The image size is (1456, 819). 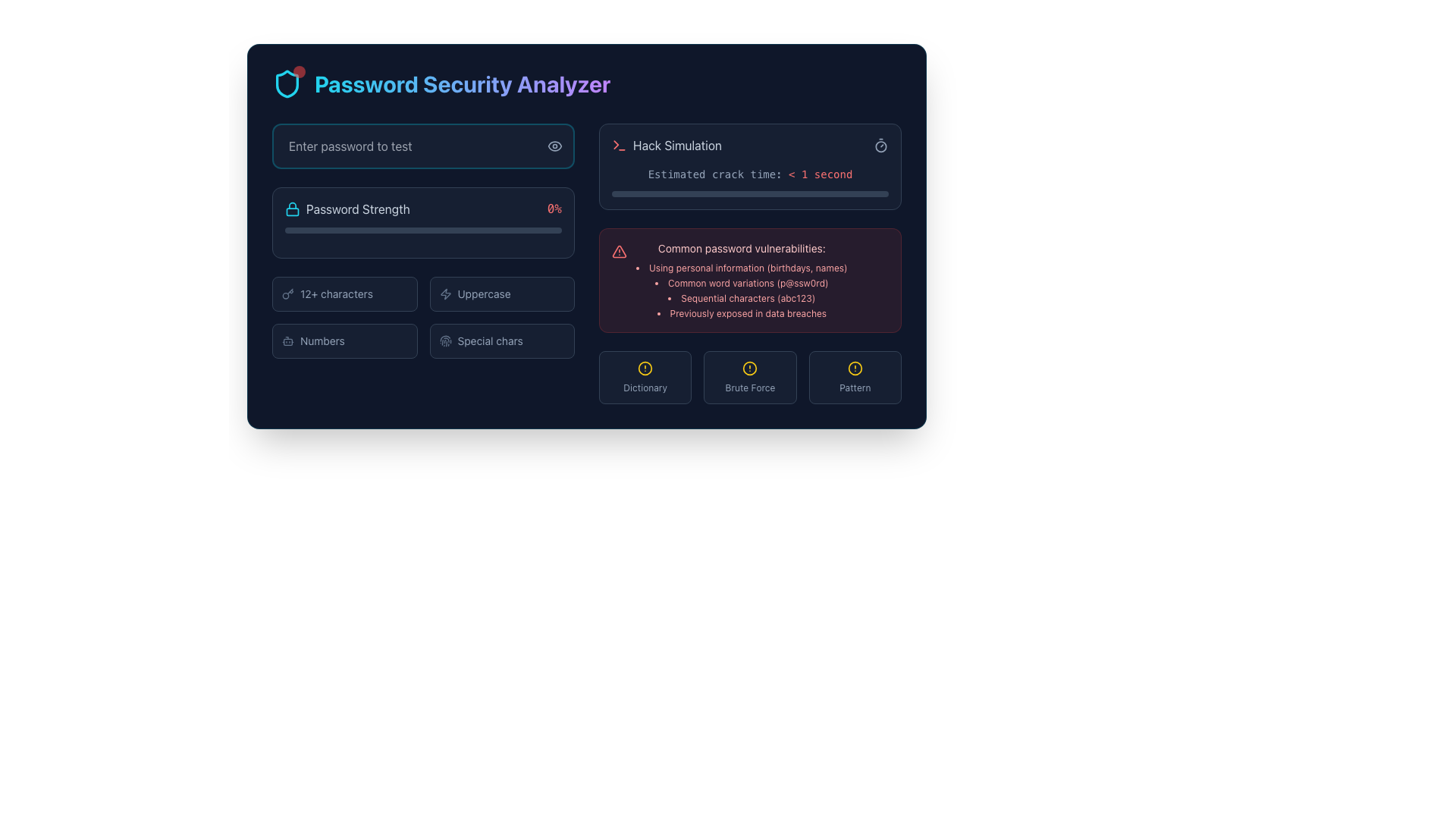 What do you see at coordinates (750, 262) in the screenshot?
I see `the informational panel that provides analysis of password security, located in the right half of the interface` at bounding box center [750, 262].